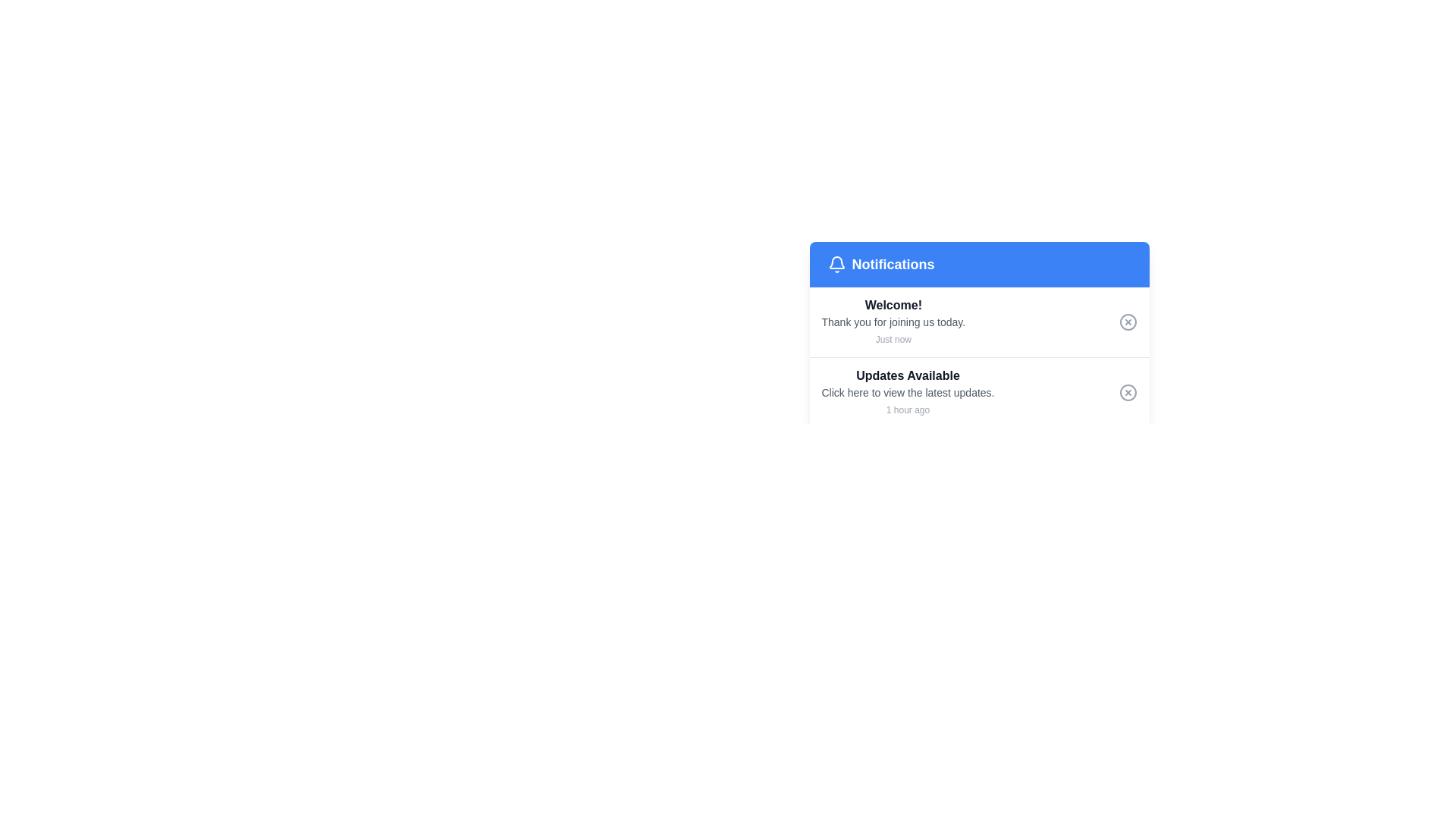  What do you see at coordinates (1128, 391) in the screenshot?
I see `the SVG graphical circle element that is part of the close or cancel icon, located to the far right of the 'Updates Available' notification in the sidebar` at bounding box center [1128, 391].